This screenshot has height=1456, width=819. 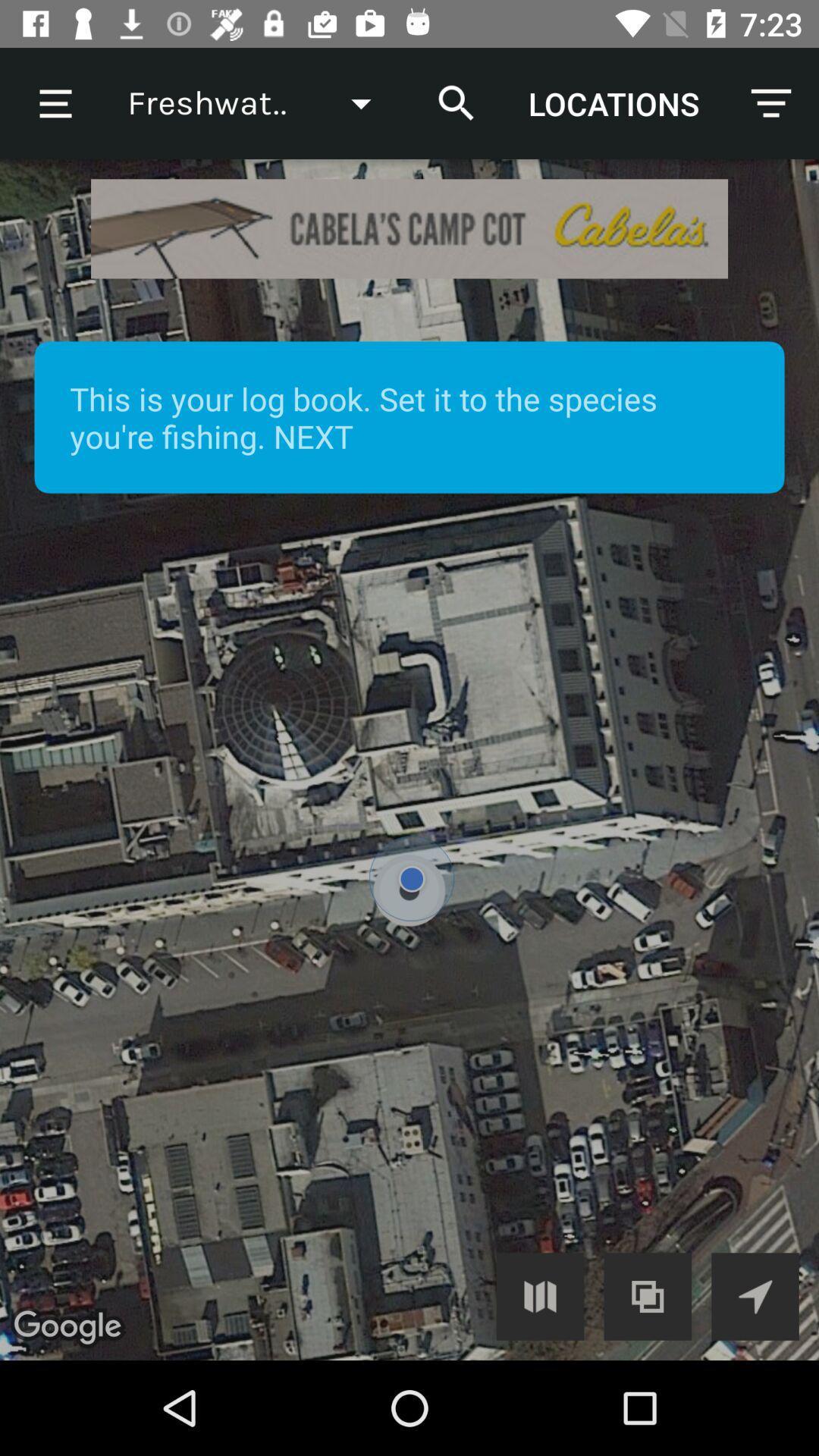 I want to click on drop point, so click(x=409, y=760).